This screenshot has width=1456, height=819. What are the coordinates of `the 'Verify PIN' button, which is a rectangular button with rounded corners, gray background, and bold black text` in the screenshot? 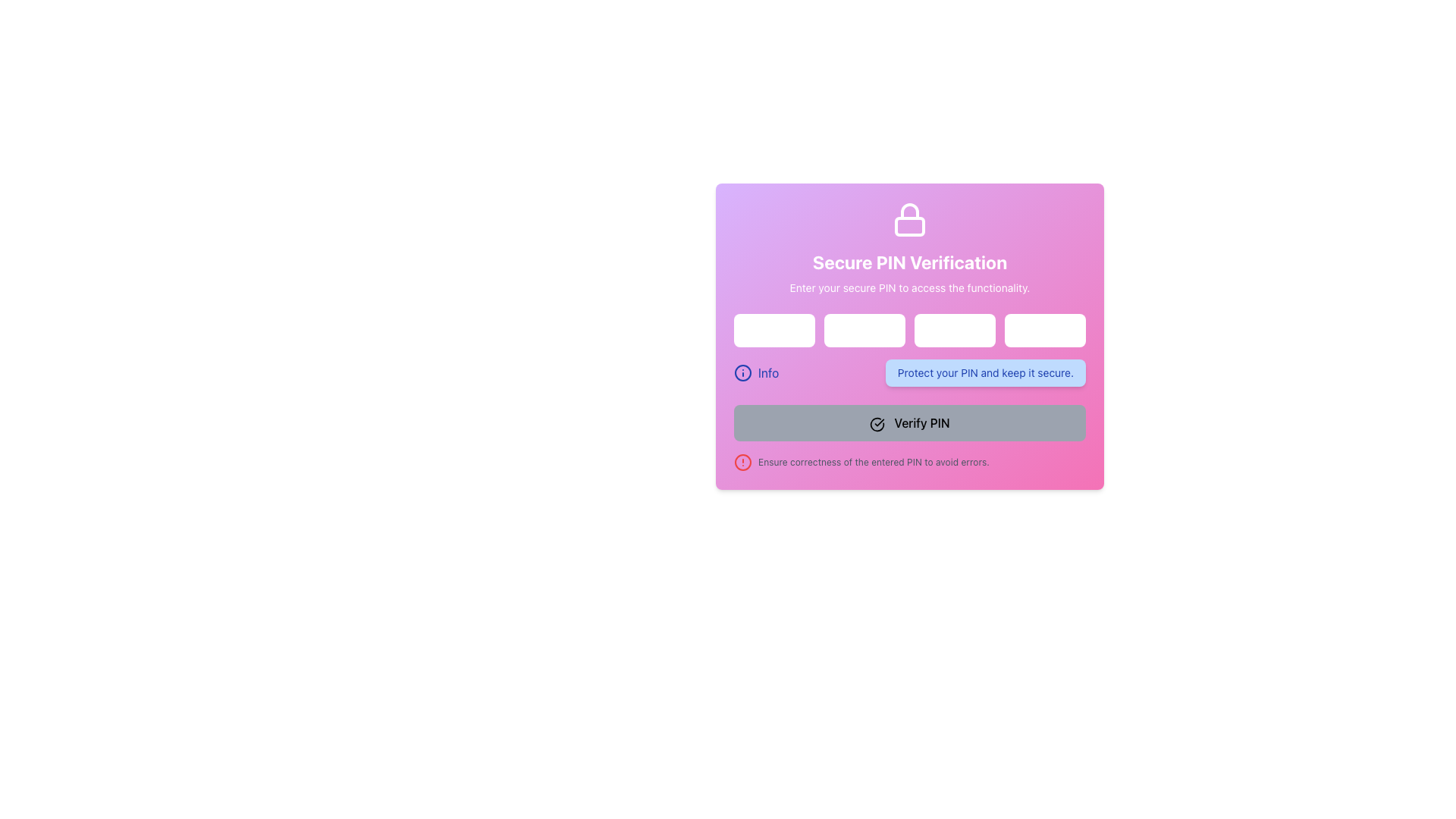 It's located at (910, 423).